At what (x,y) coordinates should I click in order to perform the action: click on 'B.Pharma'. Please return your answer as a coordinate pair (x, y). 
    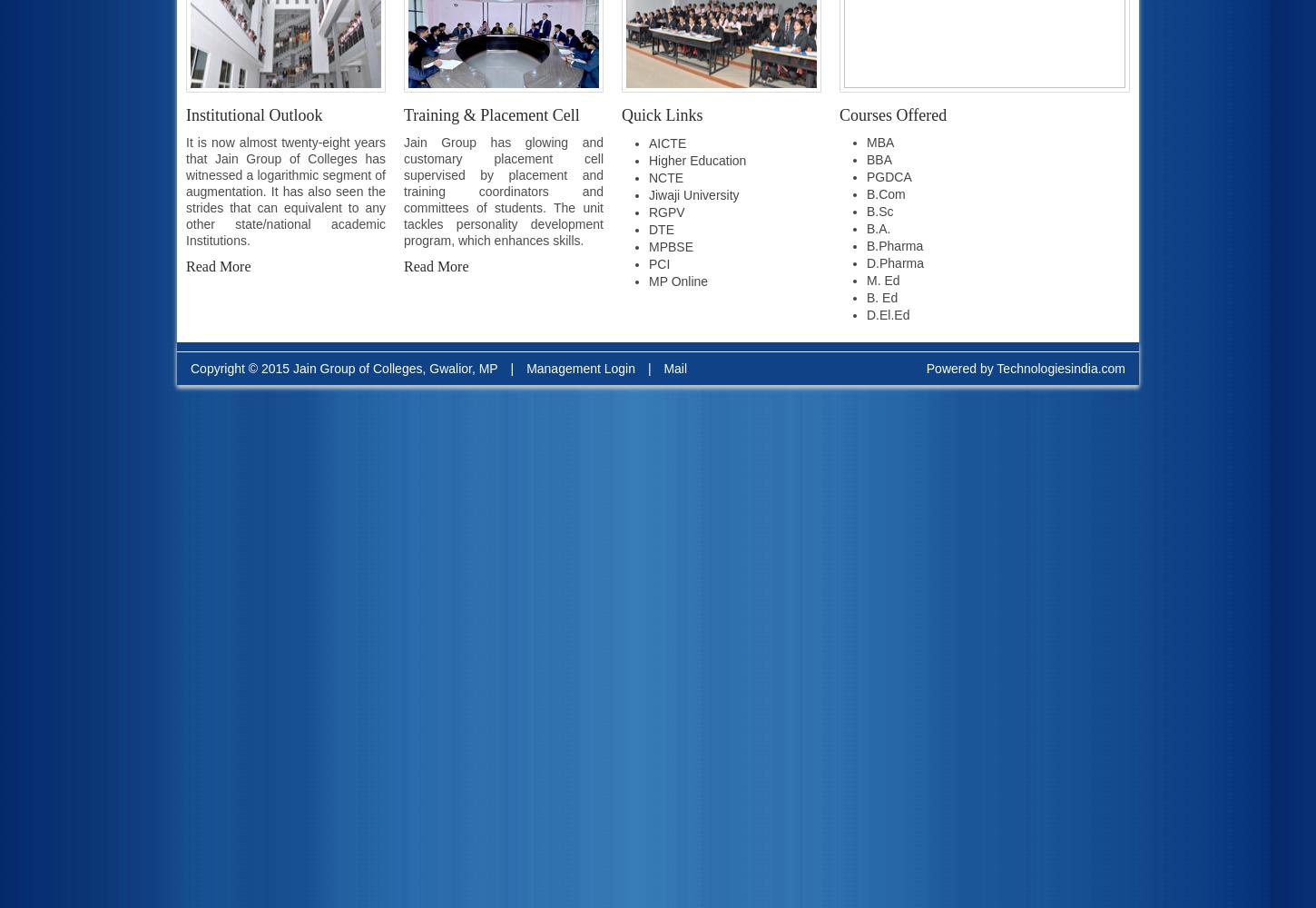
    Looking at the image, I should click on (895, 246).